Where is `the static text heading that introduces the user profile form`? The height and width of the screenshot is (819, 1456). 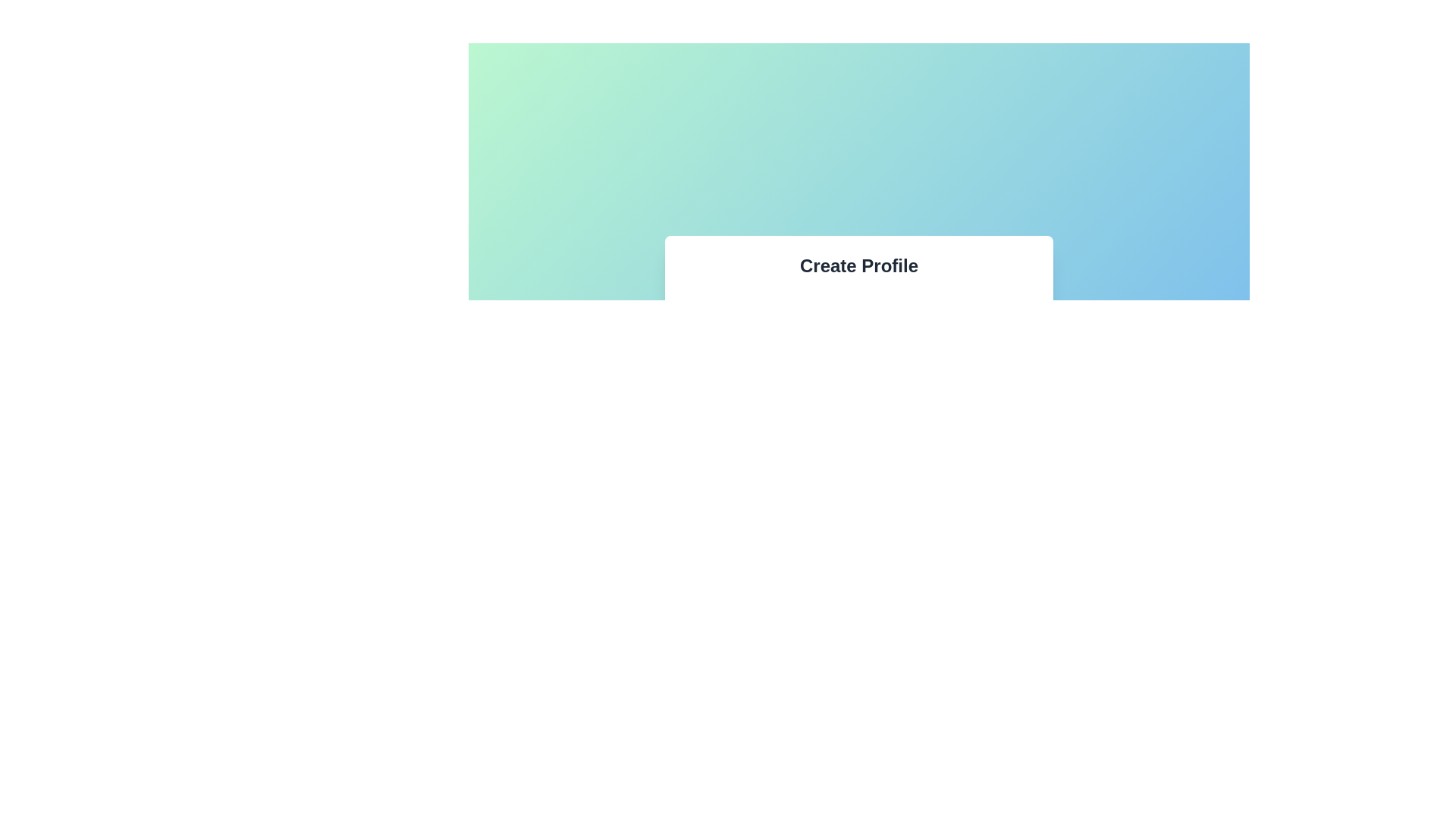 the static text heading that introduces the user profile form is located at coordinates (858, 265).